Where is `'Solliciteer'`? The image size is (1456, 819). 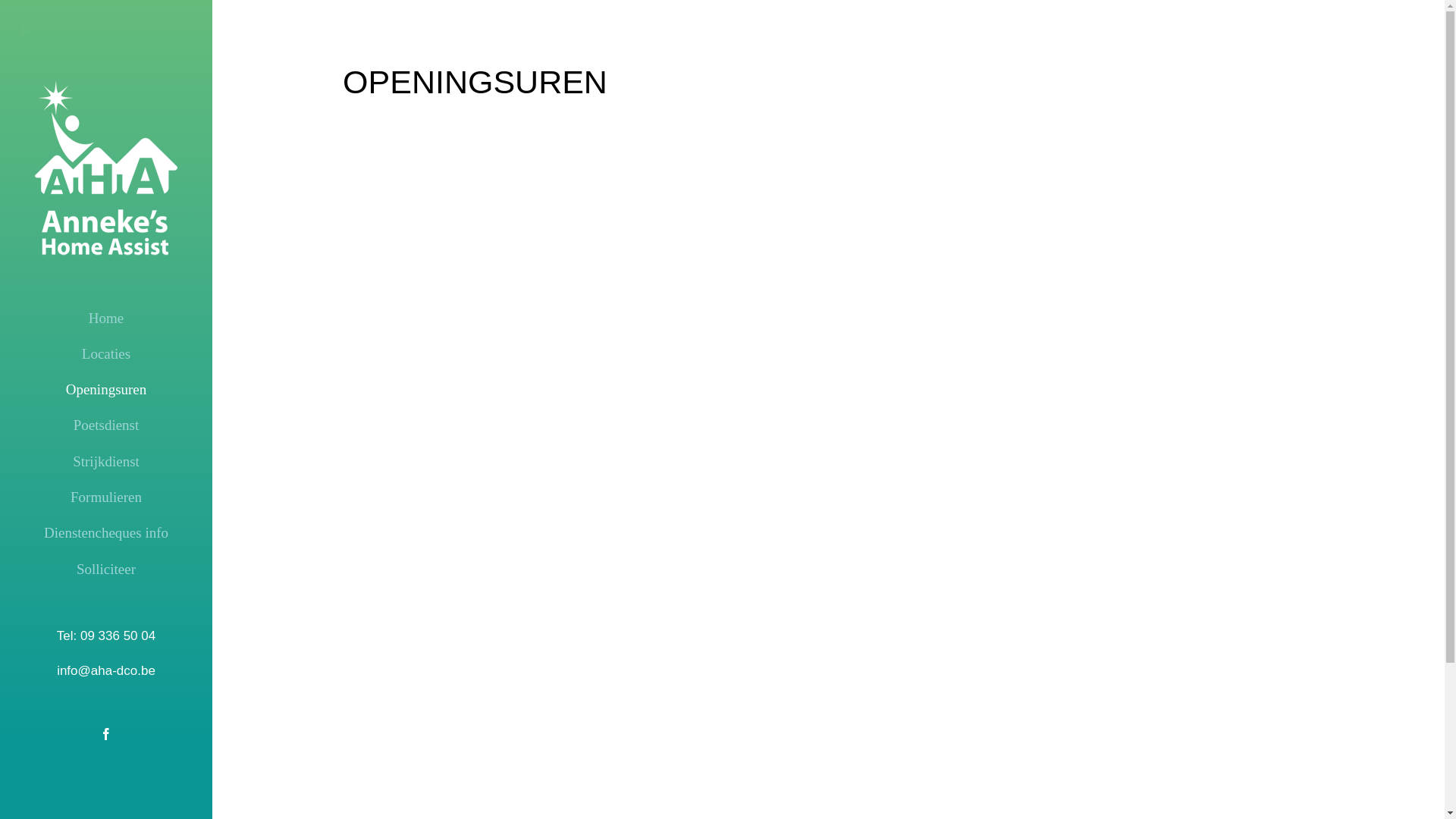 'Solliciteer' is located at coordinates (105, 570).